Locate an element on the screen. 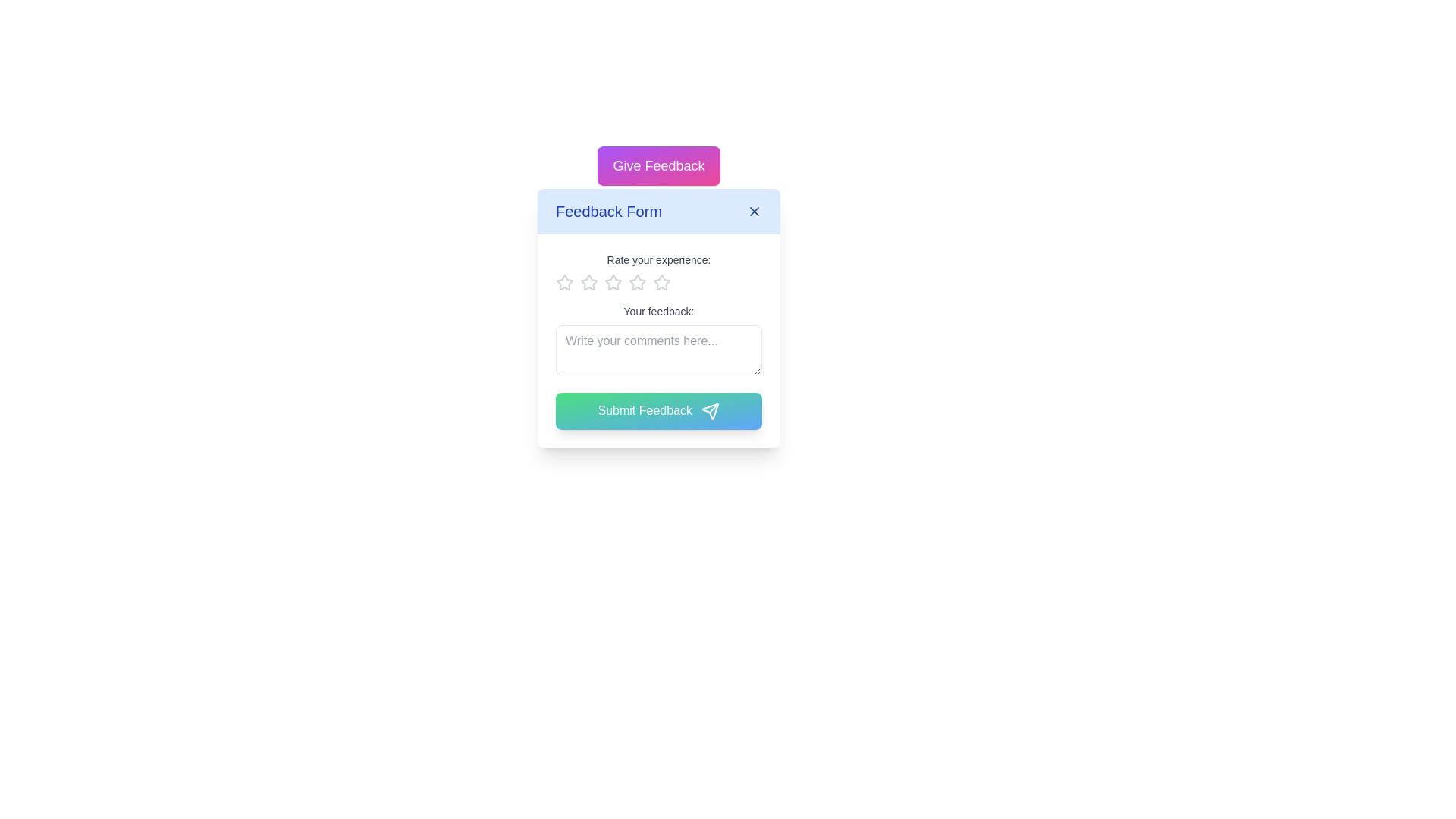 The image size is (1456, 819). the text label that guides the user to provide feedback, positioned below the 'Rate your experience:' label and above the input field labeled 'Write your comments here...' is located at coordinates (658, 311).